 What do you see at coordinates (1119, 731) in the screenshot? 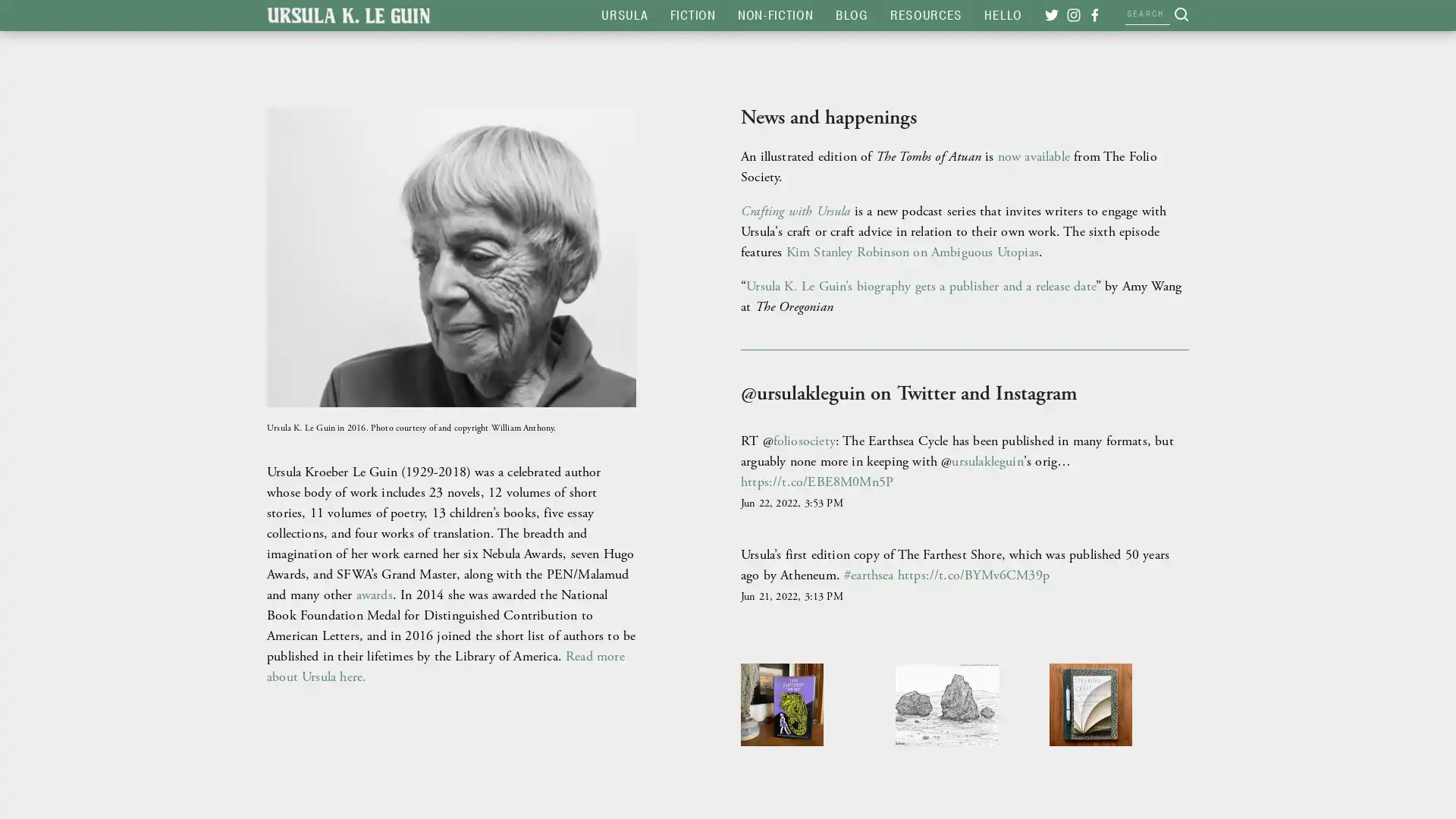
I see `View fullsize &ldquo;A writer who wants to write good stuff needs to read great stuff. If you don&rsquo;t read widely, or read only writers in fashion at the moment, you&rsquo;ll have a limited idea of what can be done with the English language.&rdquo; &mdash;fr` at bounding box center [1119, 731].